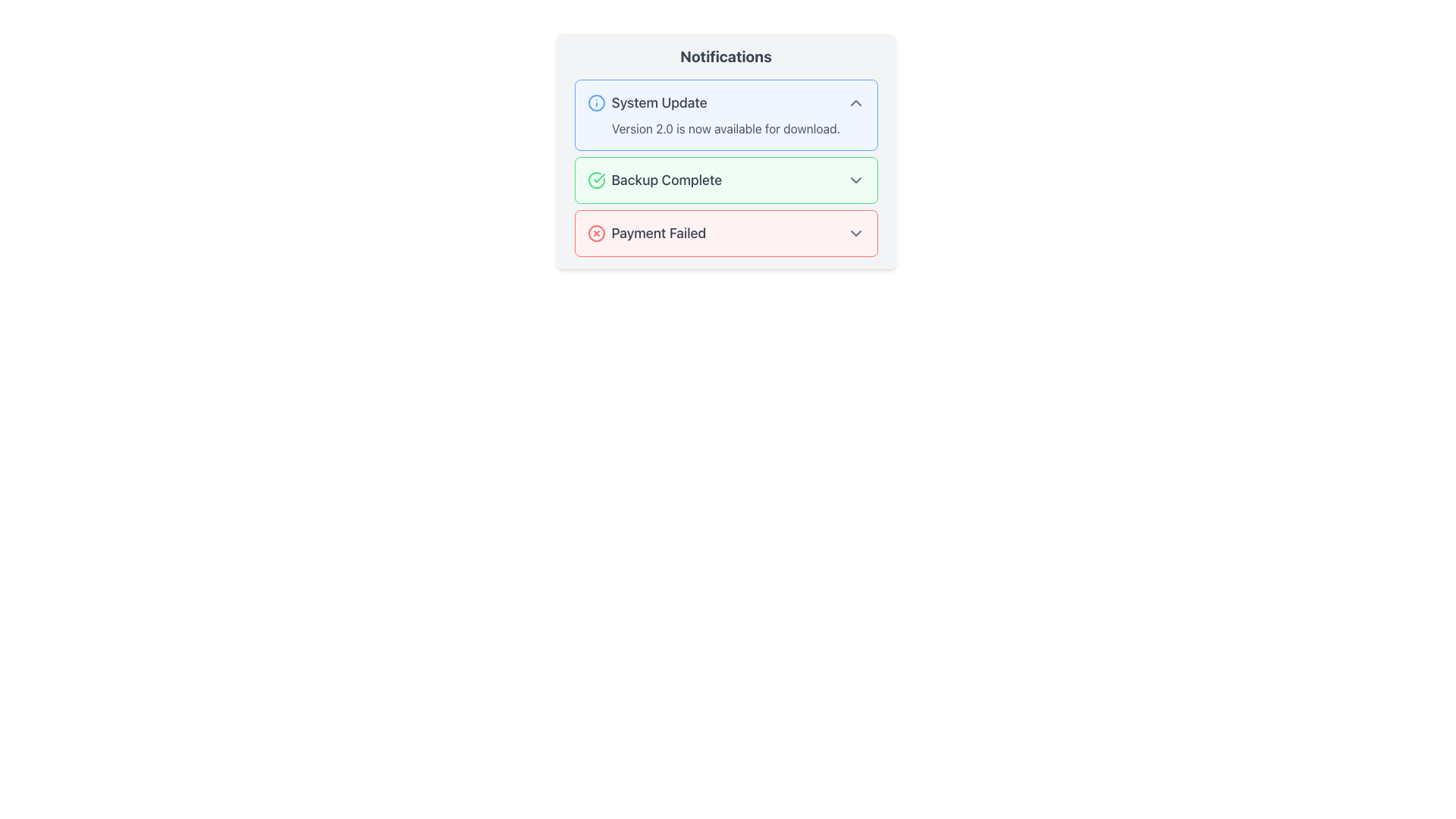 The image size is (1456, 819). What do you see at coordinates (855, 234) in the screenshot?
I see `the dropdown toggle button located at the far-right end of the red-highlighted row containing the 'Payment Failed' label` at bounding box center [855, 234].